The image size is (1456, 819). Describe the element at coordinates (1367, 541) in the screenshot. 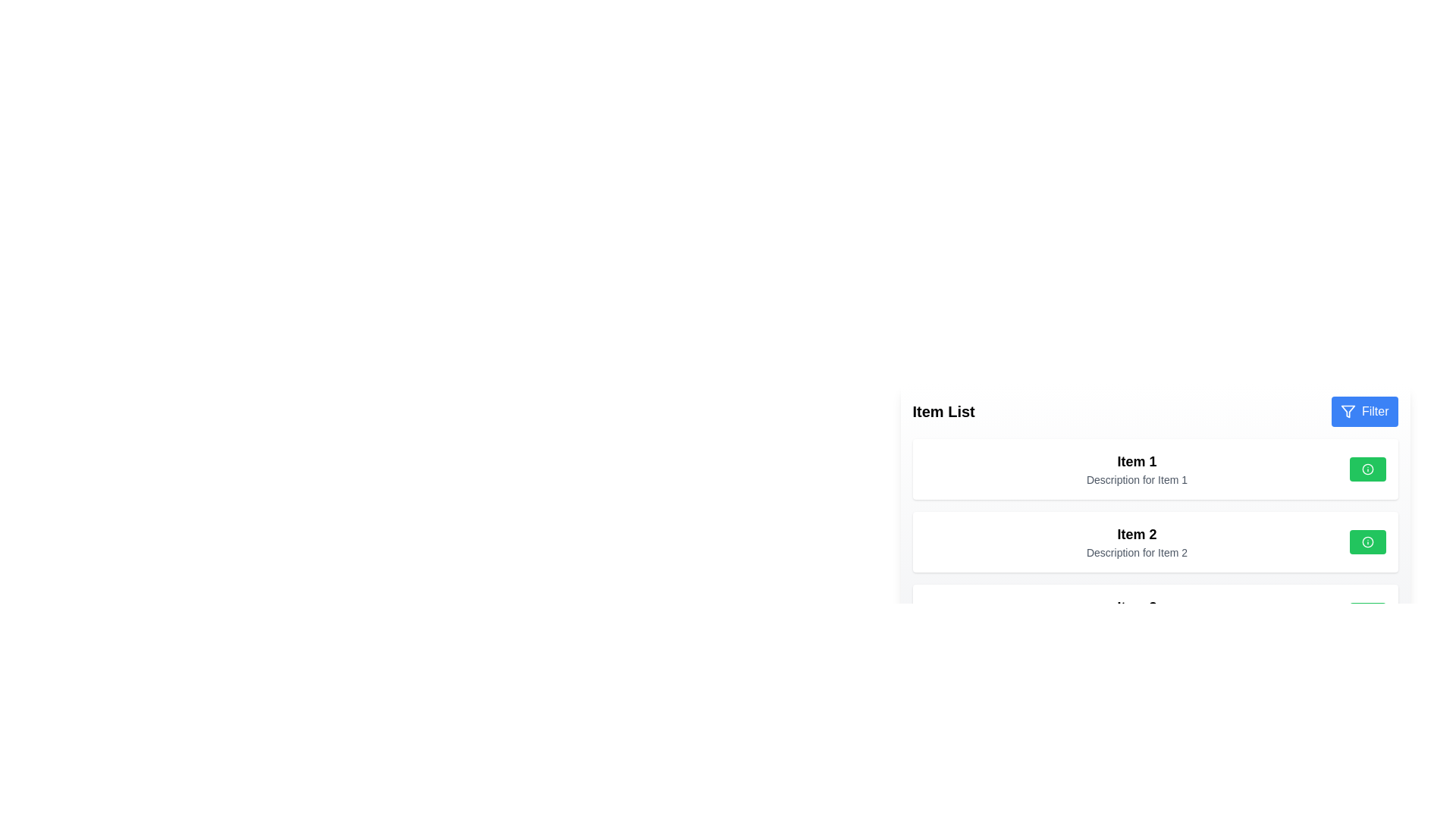

I see `the icon inside the green button located to the far right of the row labeled 'Item 2'` at that location.